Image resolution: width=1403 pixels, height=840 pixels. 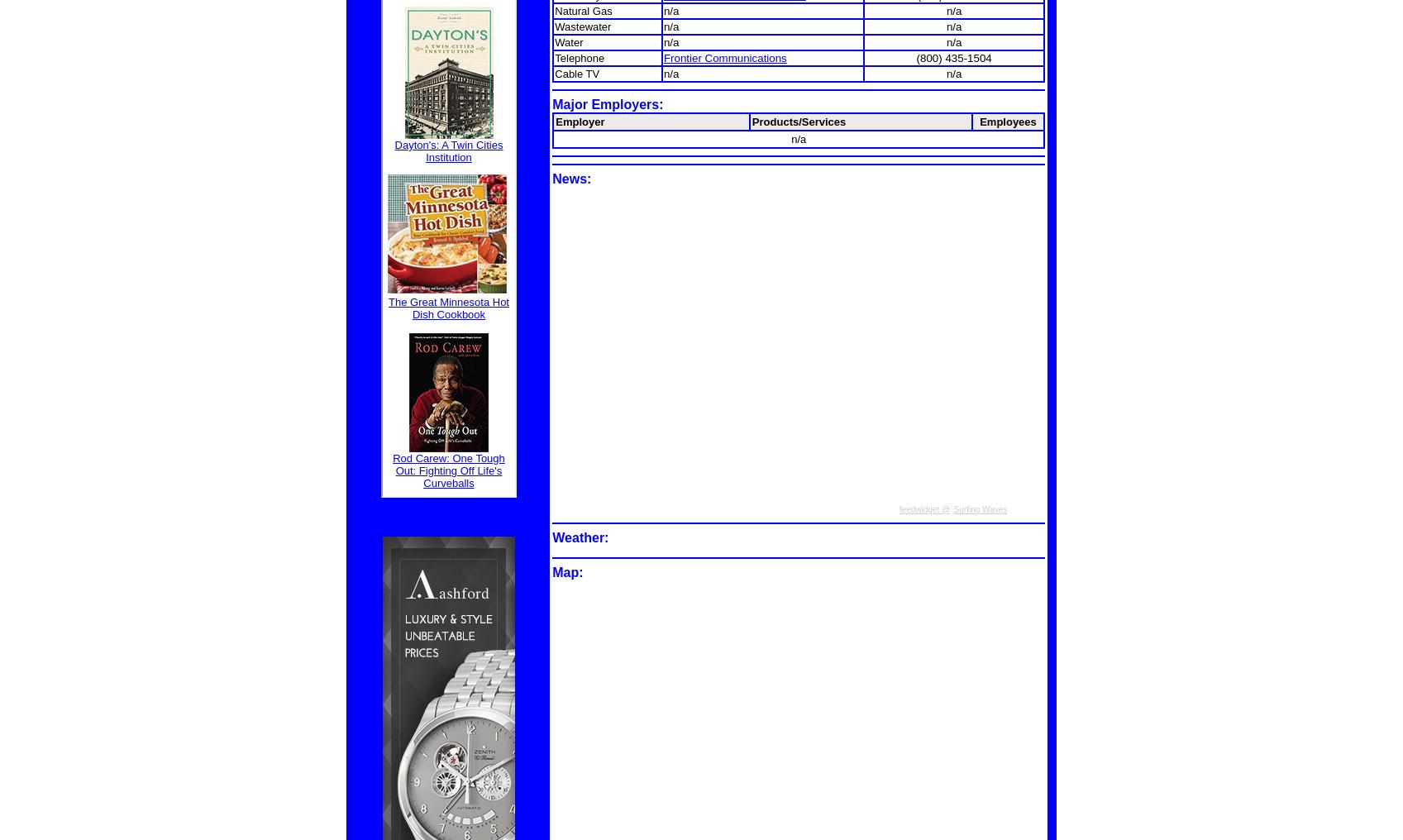 What do you see at coordinates (953, 57) in the screenshot?
I see `'(800) 435-1504'` at bounding box center [953, 57].